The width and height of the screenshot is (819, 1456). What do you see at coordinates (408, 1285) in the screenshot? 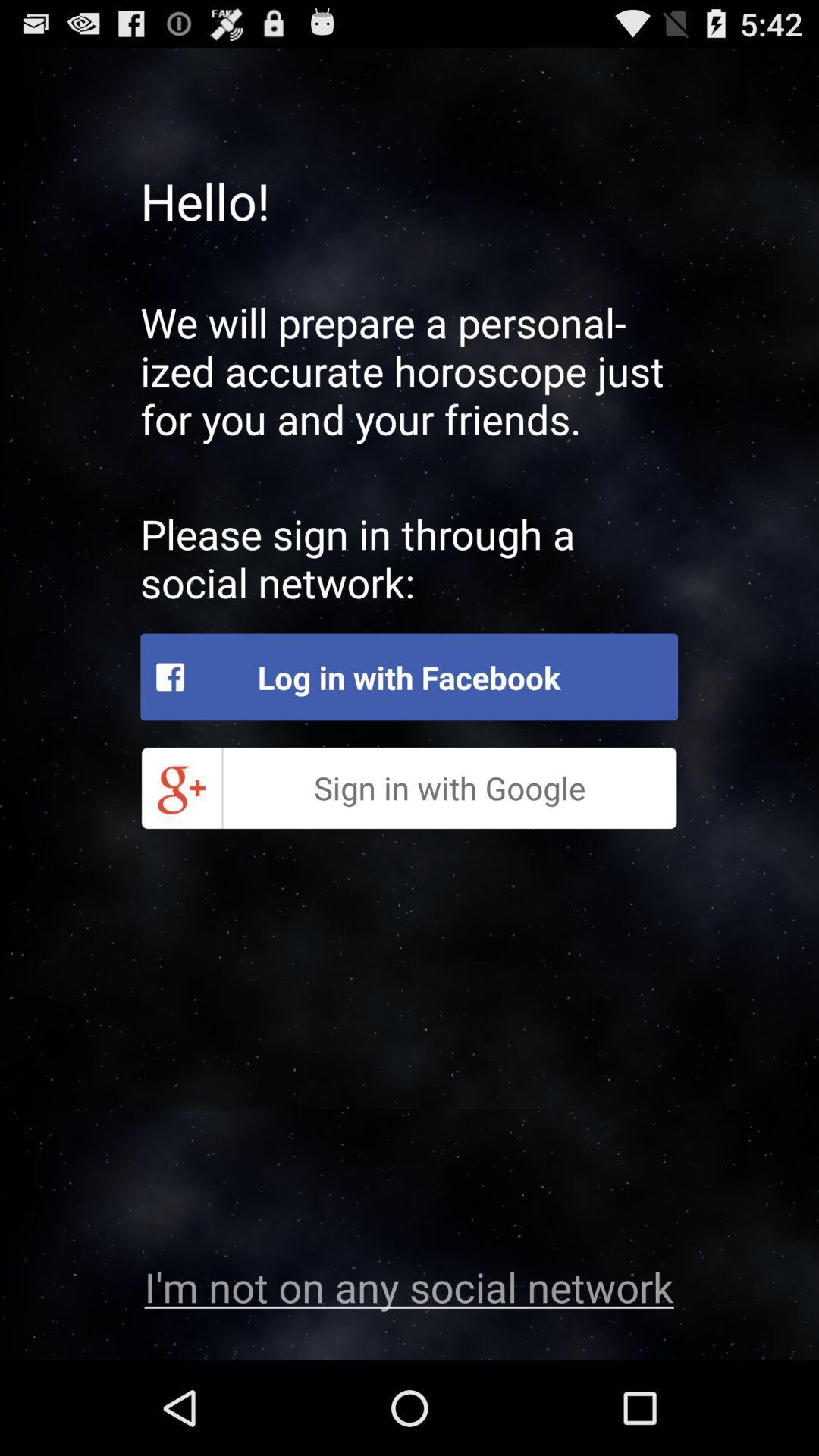
I see `the app at the bottom` at bounding box center [408, 1285].